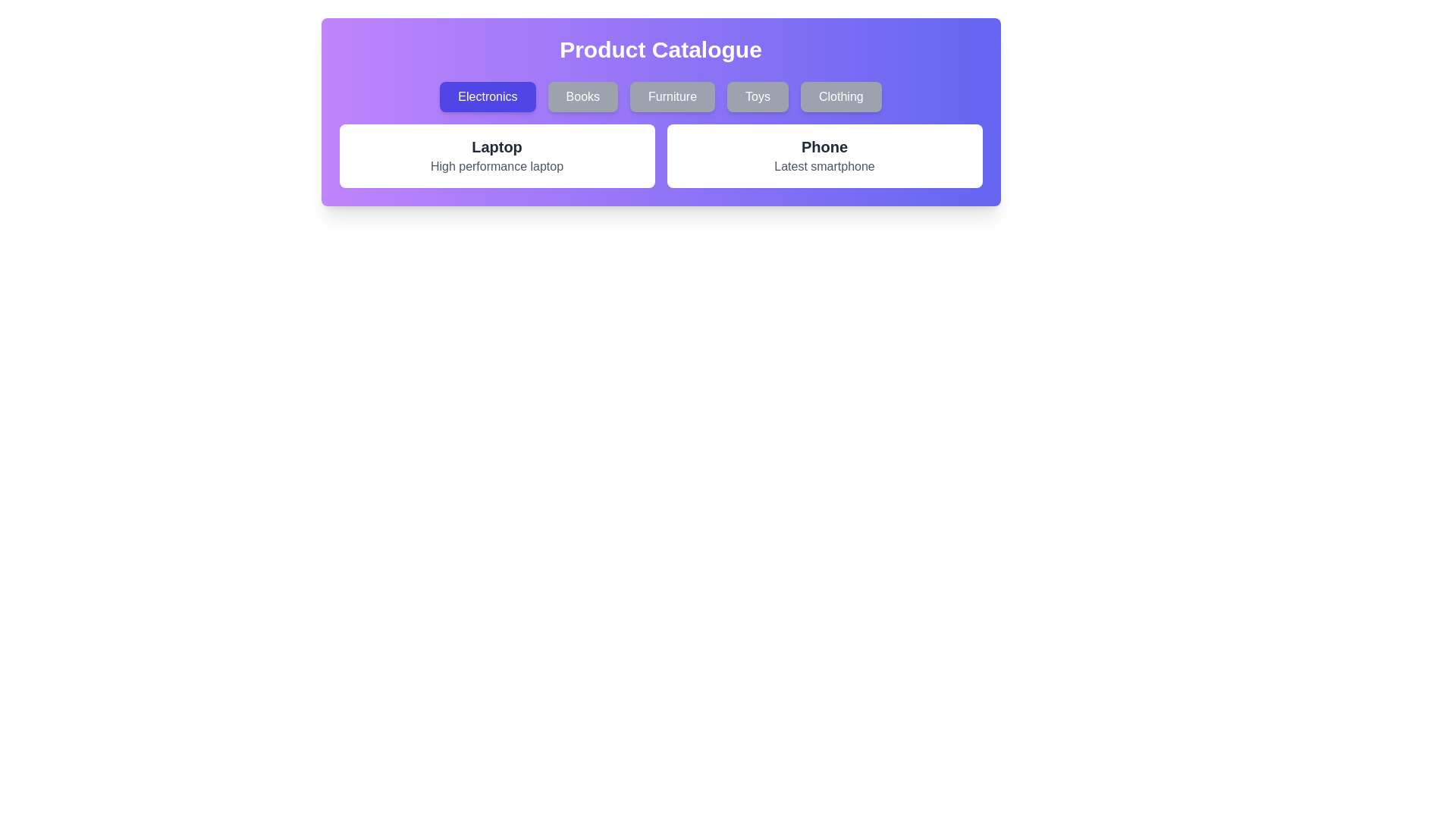  I want to click on the category button labeled Electronics to filter products, so click(488, 96).